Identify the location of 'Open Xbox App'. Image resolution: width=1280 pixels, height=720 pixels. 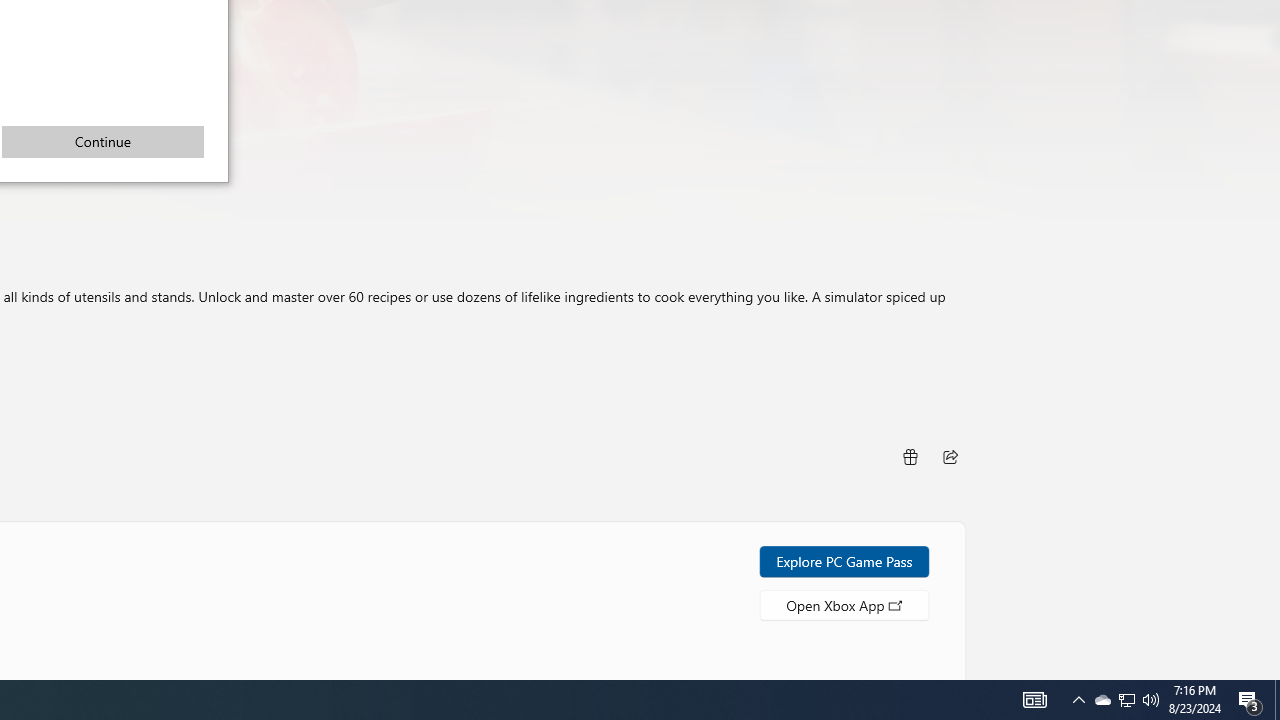
(844, 603).